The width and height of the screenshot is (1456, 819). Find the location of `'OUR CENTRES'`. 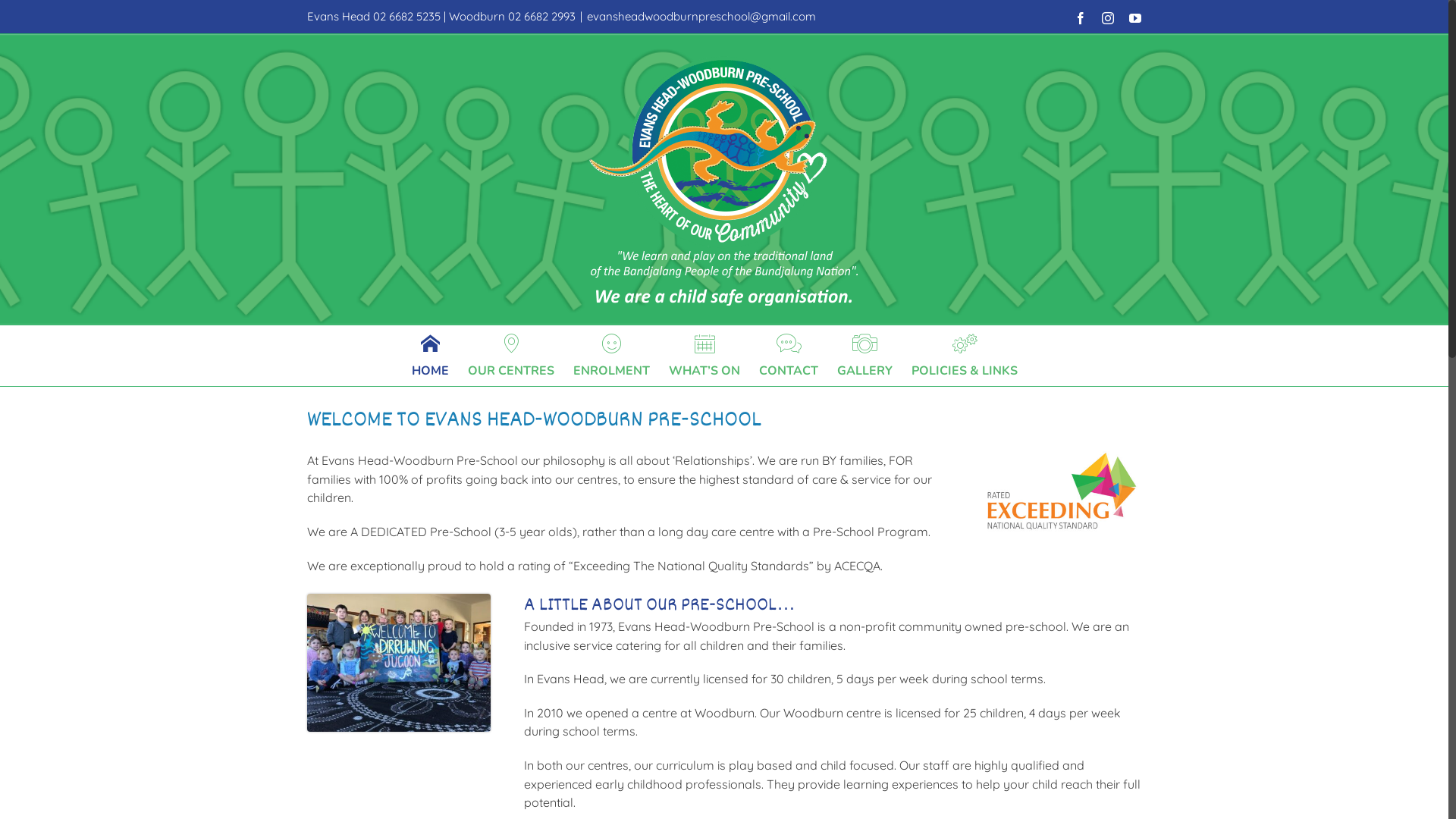

'OUR CENTRES' is located at coordinates (467, 356).